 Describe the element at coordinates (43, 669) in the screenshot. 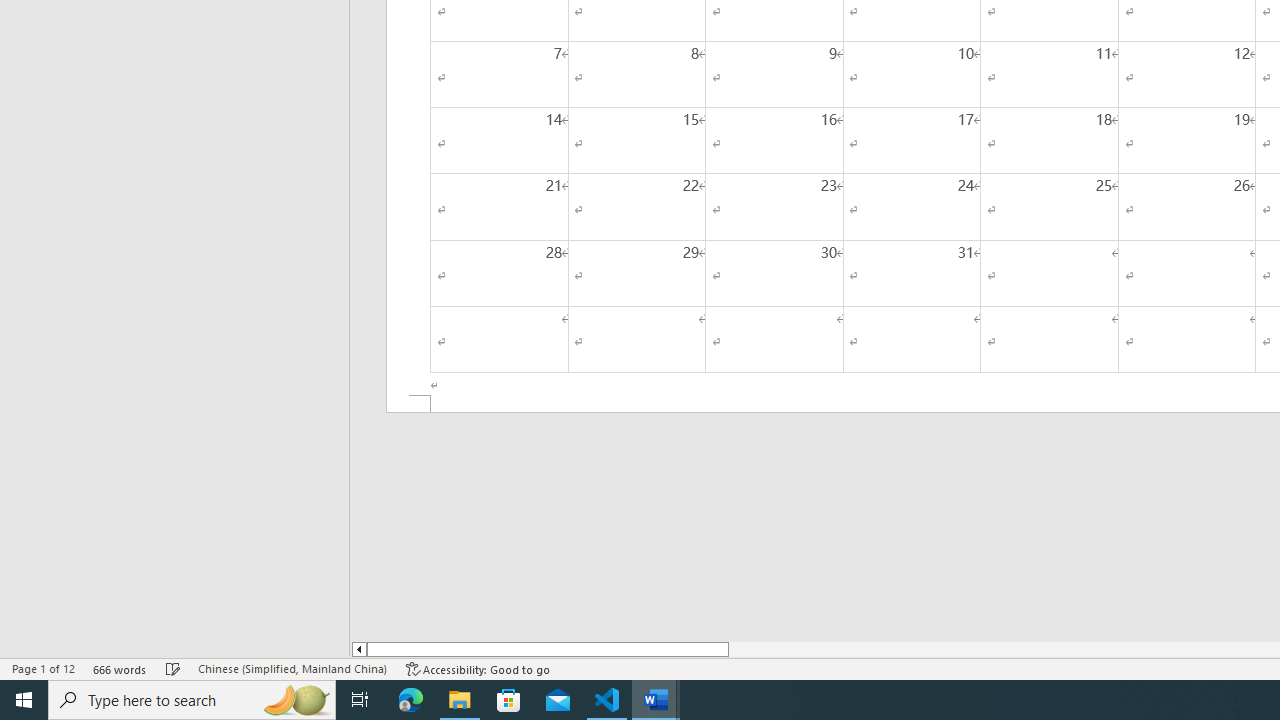

I see `'Page Number Page 1 of 12'` at that location.